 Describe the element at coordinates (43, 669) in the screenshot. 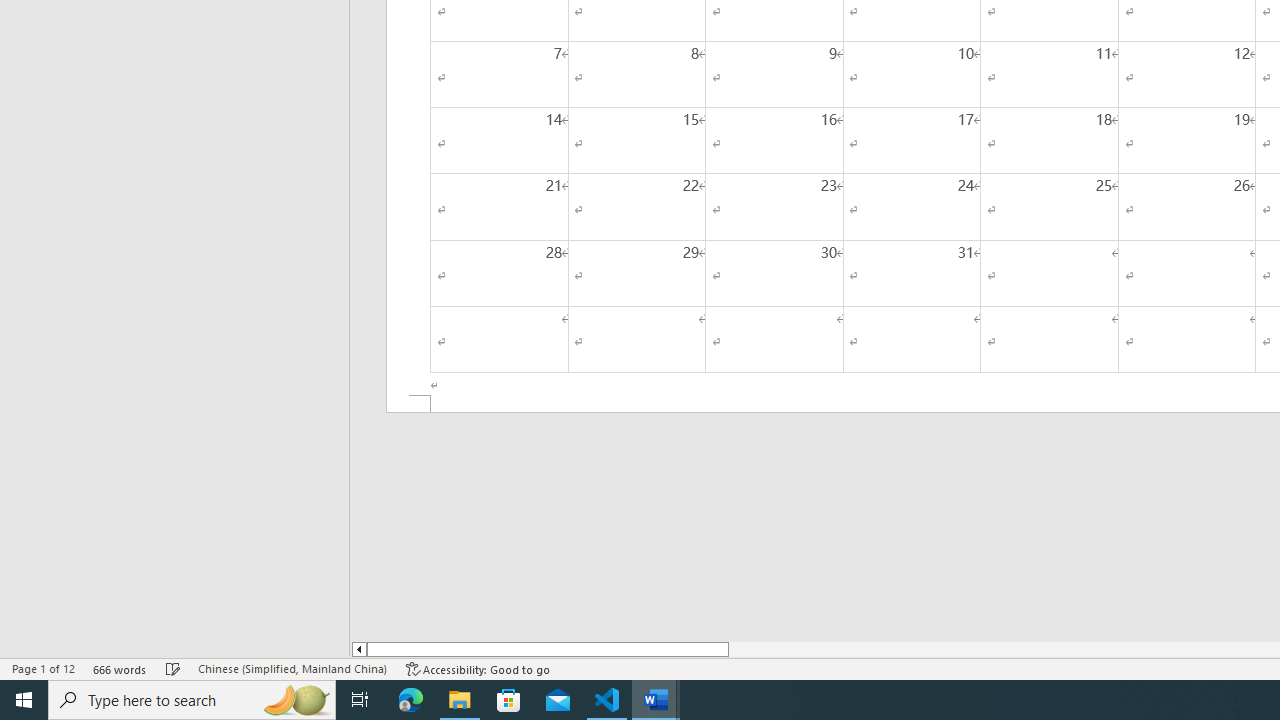

I see `'Page Number Page 1 of 12'` at that location.